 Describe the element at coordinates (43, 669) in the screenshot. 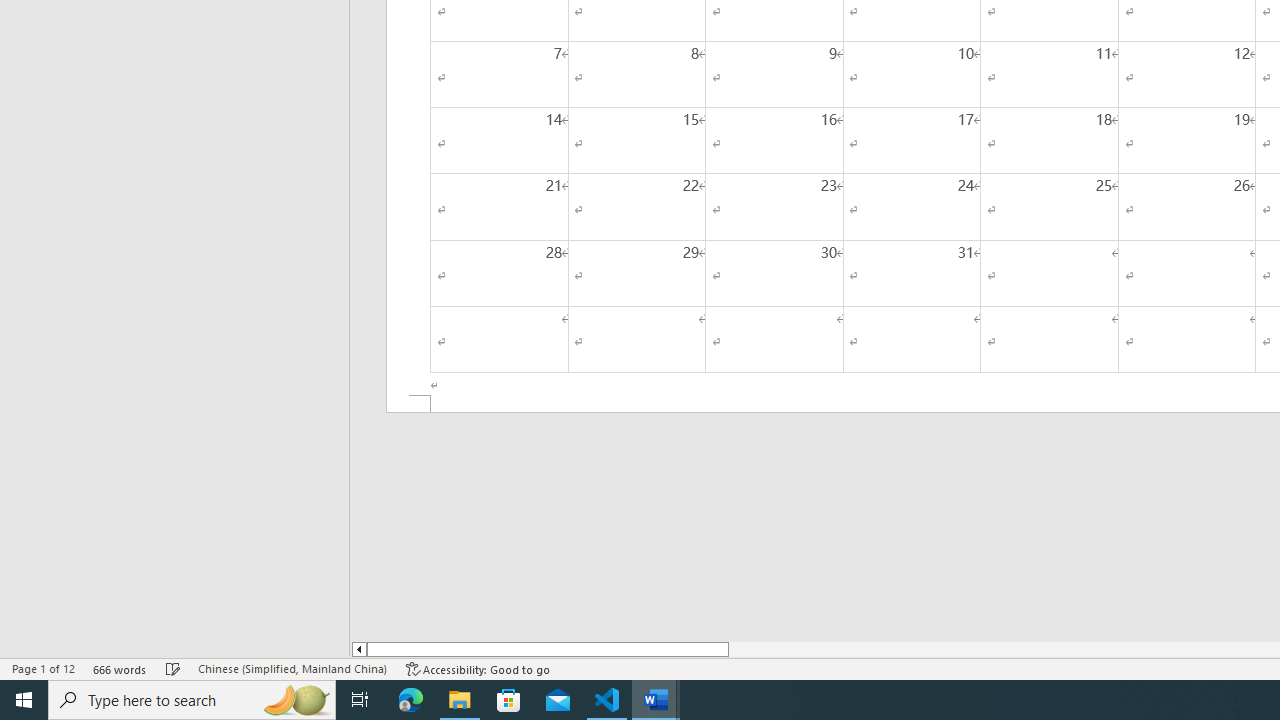

I see `'Page Number Page 1 of 12'` at that location.